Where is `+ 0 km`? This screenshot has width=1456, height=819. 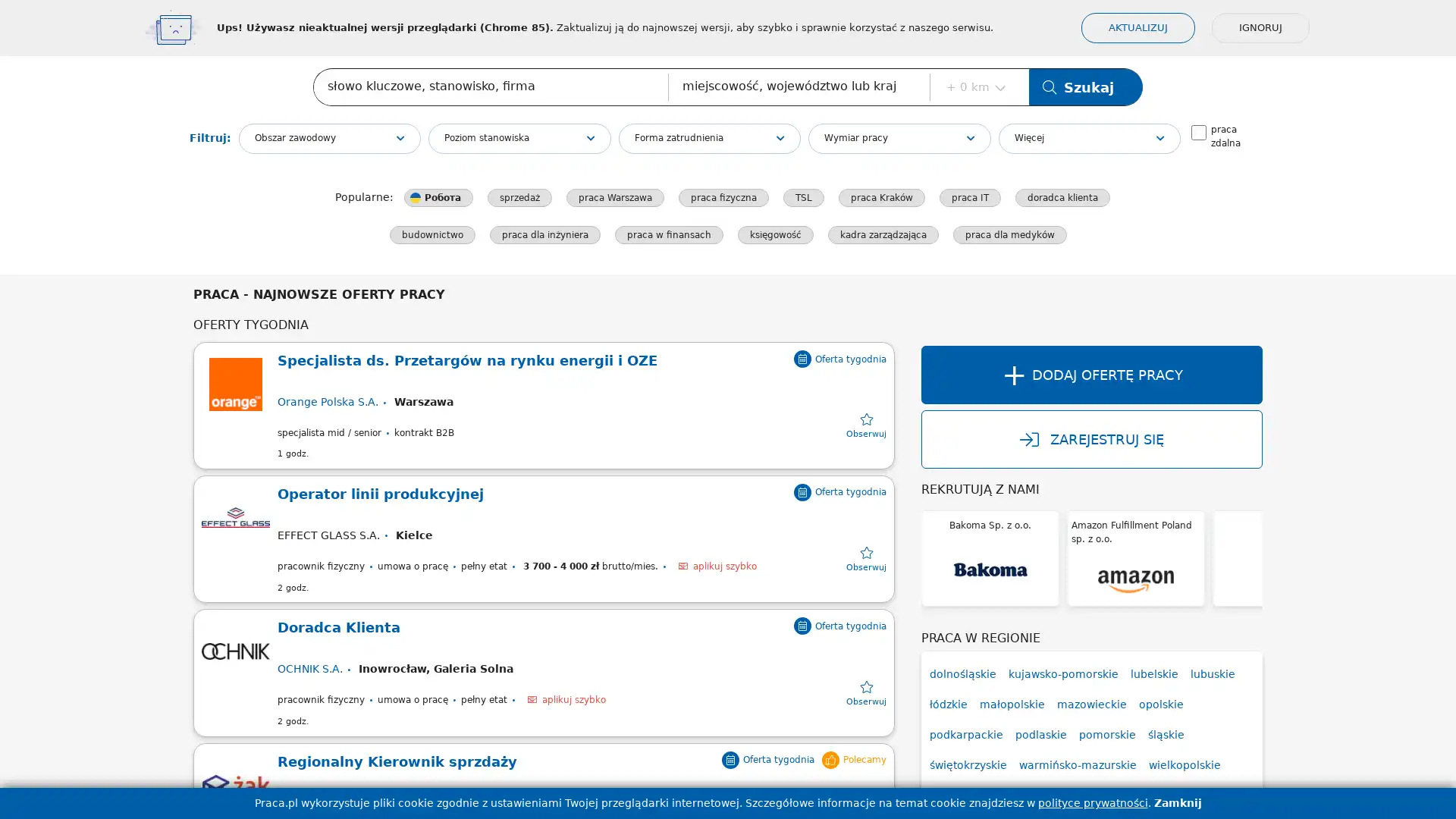
+ 0 km is located at coordinates (979, 86).